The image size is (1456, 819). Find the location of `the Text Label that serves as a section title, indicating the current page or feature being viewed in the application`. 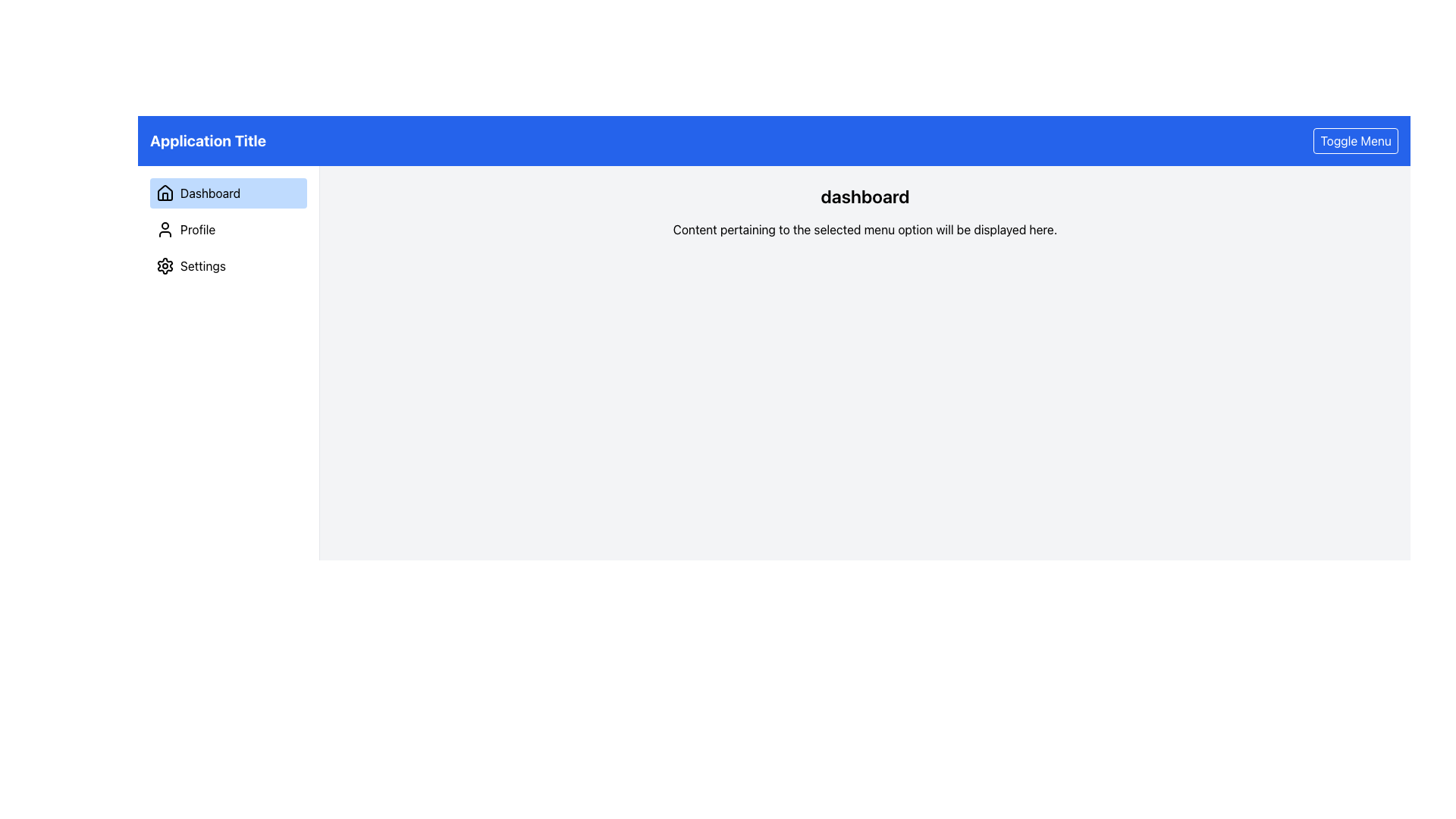

the Text Label that serves as a section title, indicating the current page or feature being viewed in the application is located at coordinates (865, 195).